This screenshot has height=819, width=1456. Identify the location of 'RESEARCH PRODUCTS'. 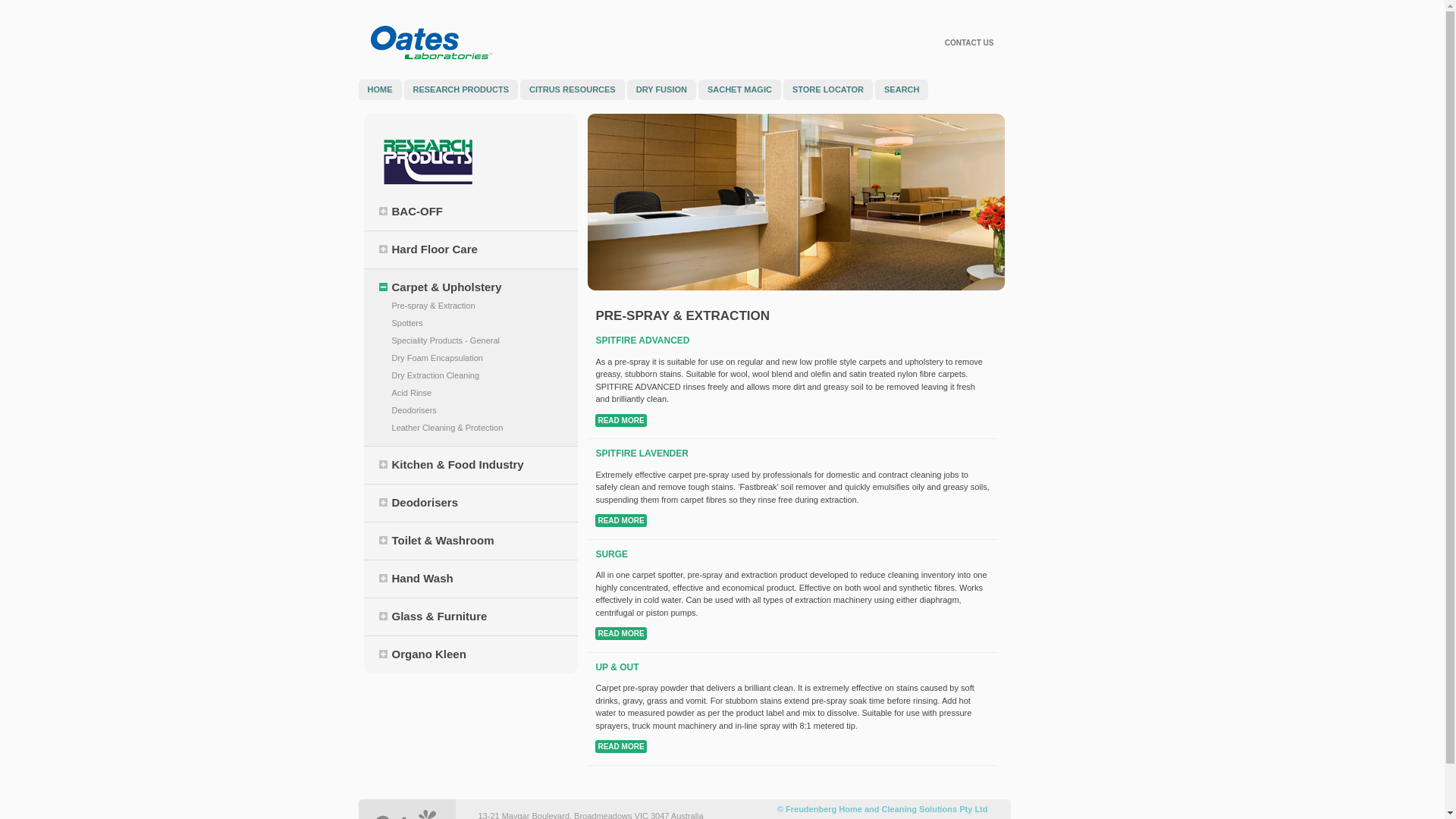
(460, 89).